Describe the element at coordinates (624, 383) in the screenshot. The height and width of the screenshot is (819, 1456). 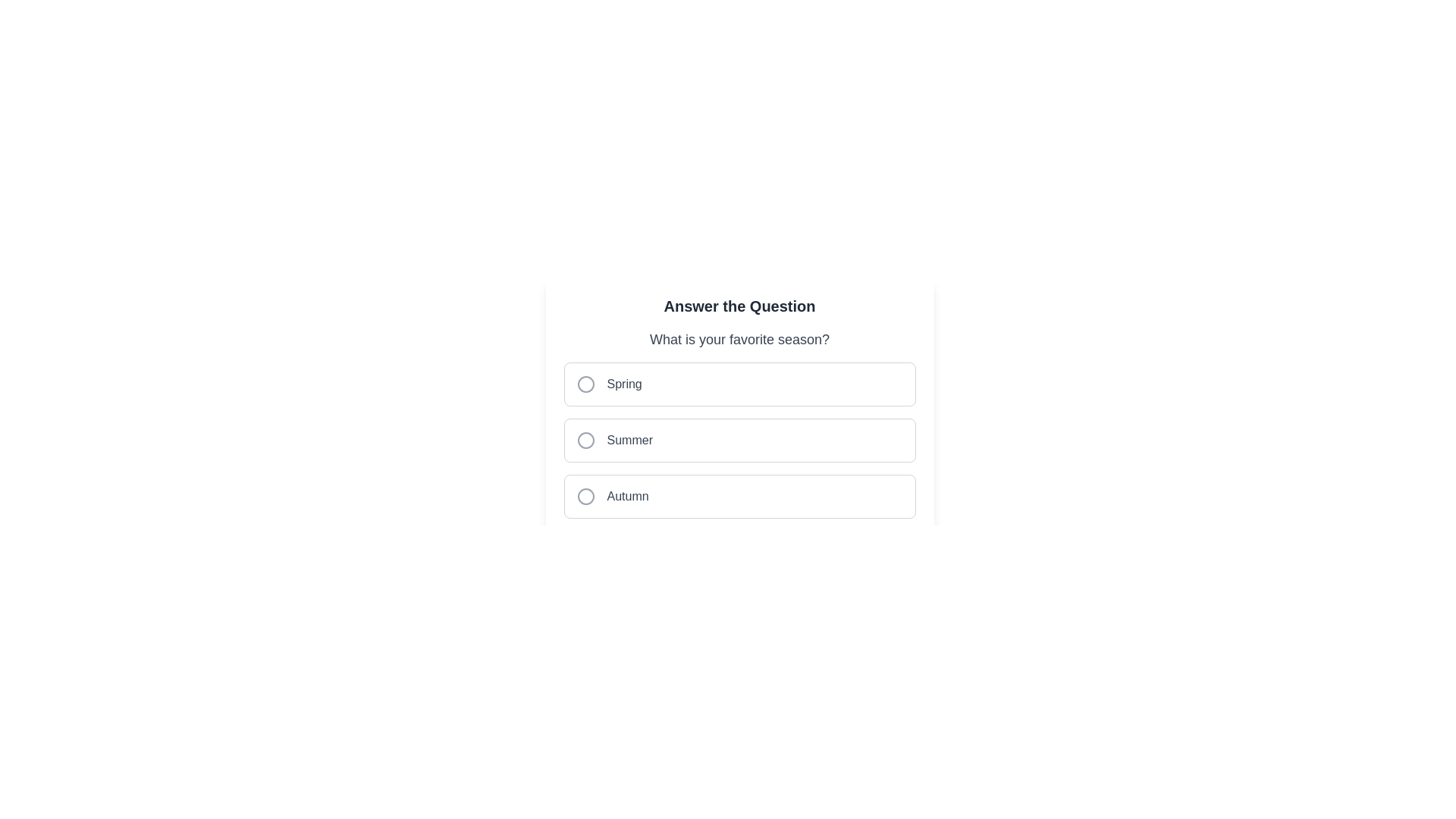
I see `the 'Spring' radio button label` at that location.